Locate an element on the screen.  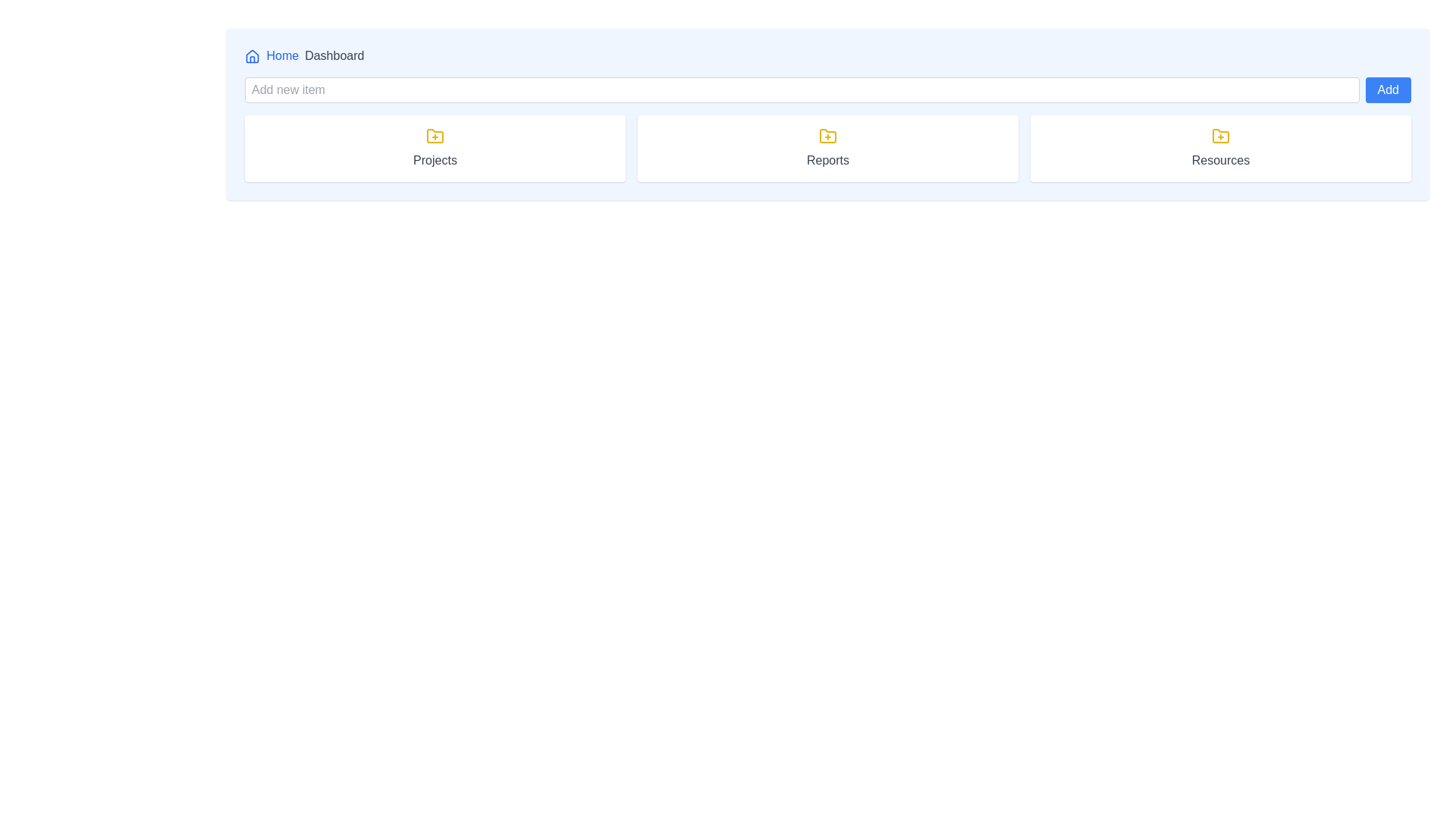
the button labeled 'Resources', which features a yellow folder icon with a plus symbol and gray text below it, to possibly reveal additional details is located at coordinates (1220, 149).